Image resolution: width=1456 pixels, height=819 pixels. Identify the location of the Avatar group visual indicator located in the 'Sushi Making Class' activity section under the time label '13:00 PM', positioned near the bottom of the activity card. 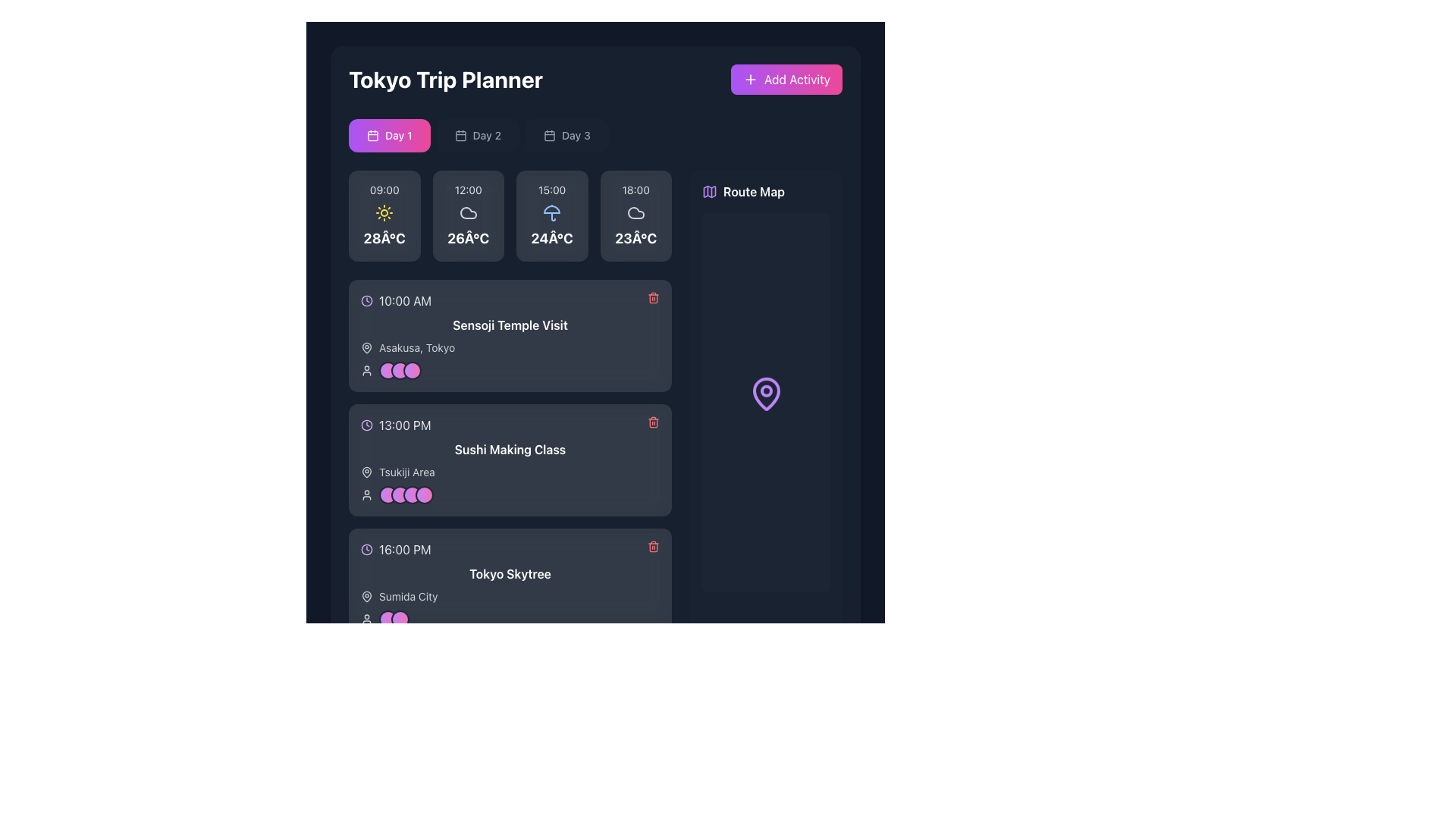
(406, 494).